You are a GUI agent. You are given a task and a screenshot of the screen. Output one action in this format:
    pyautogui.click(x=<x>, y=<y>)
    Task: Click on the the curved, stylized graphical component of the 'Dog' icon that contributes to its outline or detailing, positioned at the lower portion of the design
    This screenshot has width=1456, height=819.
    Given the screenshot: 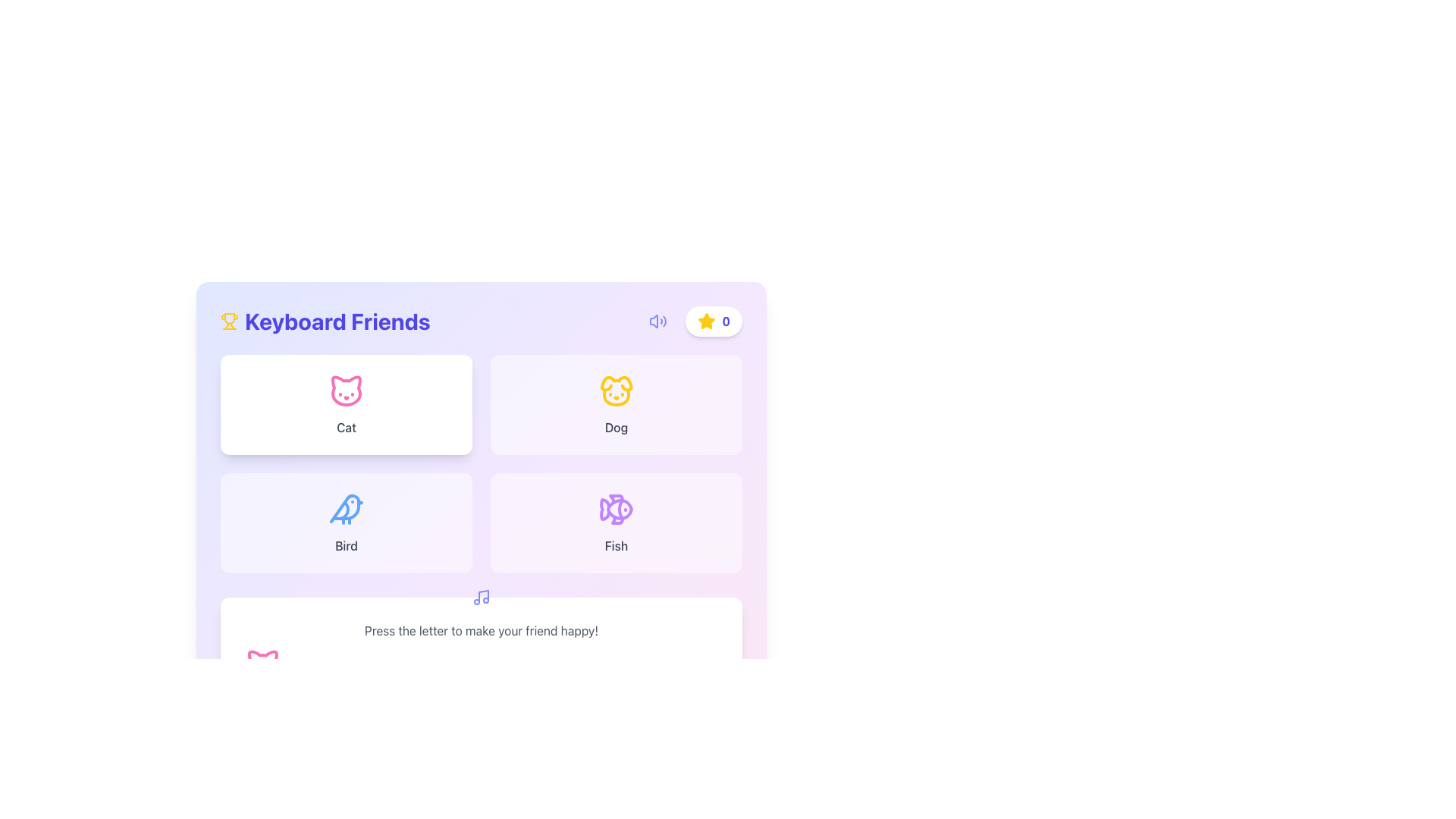 What is the action you would take?
    pyautogui.click(x=616, y=397)
    